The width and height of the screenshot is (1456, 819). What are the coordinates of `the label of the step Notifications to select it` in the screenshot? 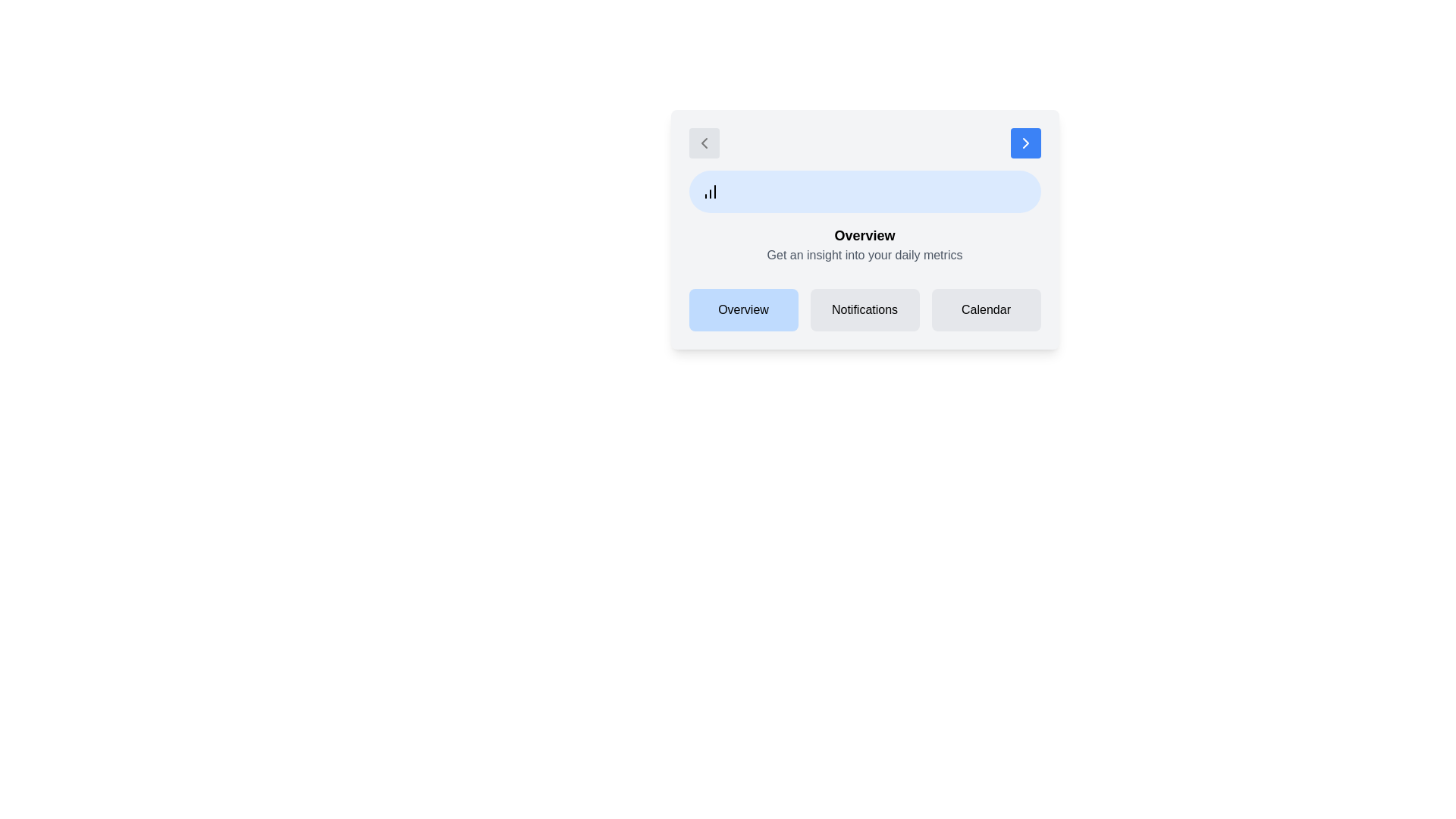 It's located at (864, 309).